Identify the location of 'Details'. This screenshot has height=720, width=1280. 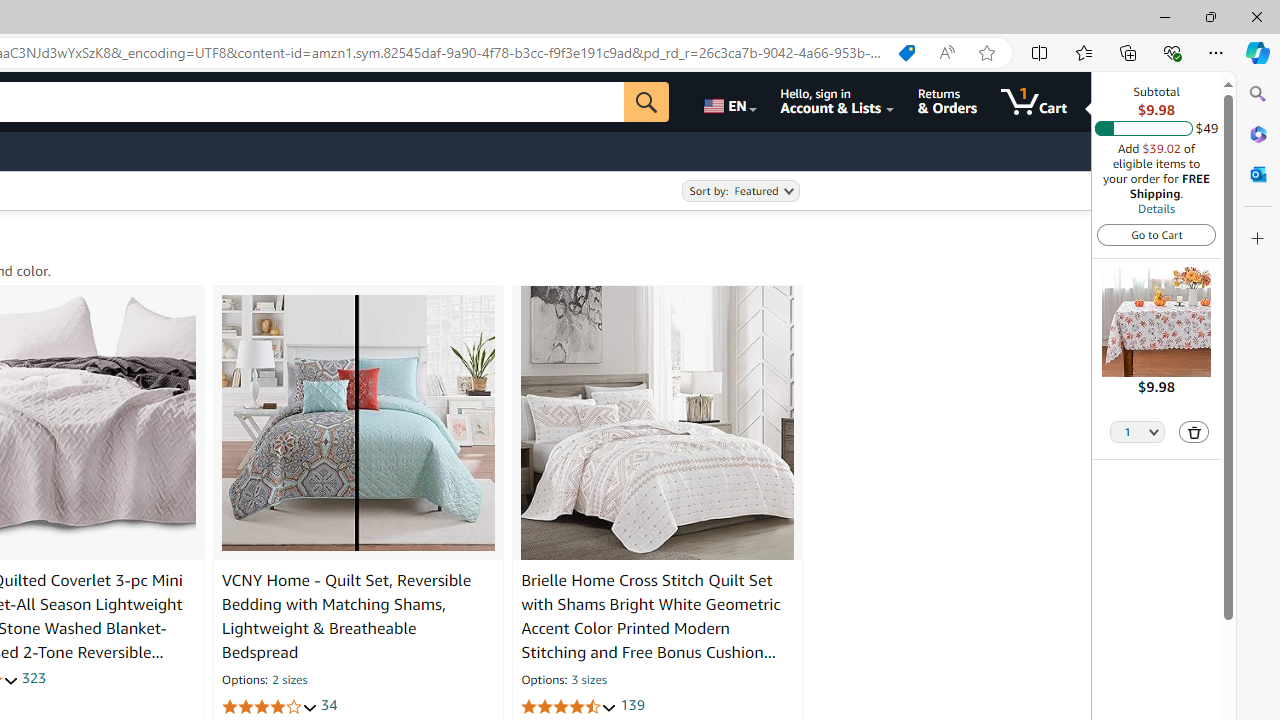
(1156, 208).